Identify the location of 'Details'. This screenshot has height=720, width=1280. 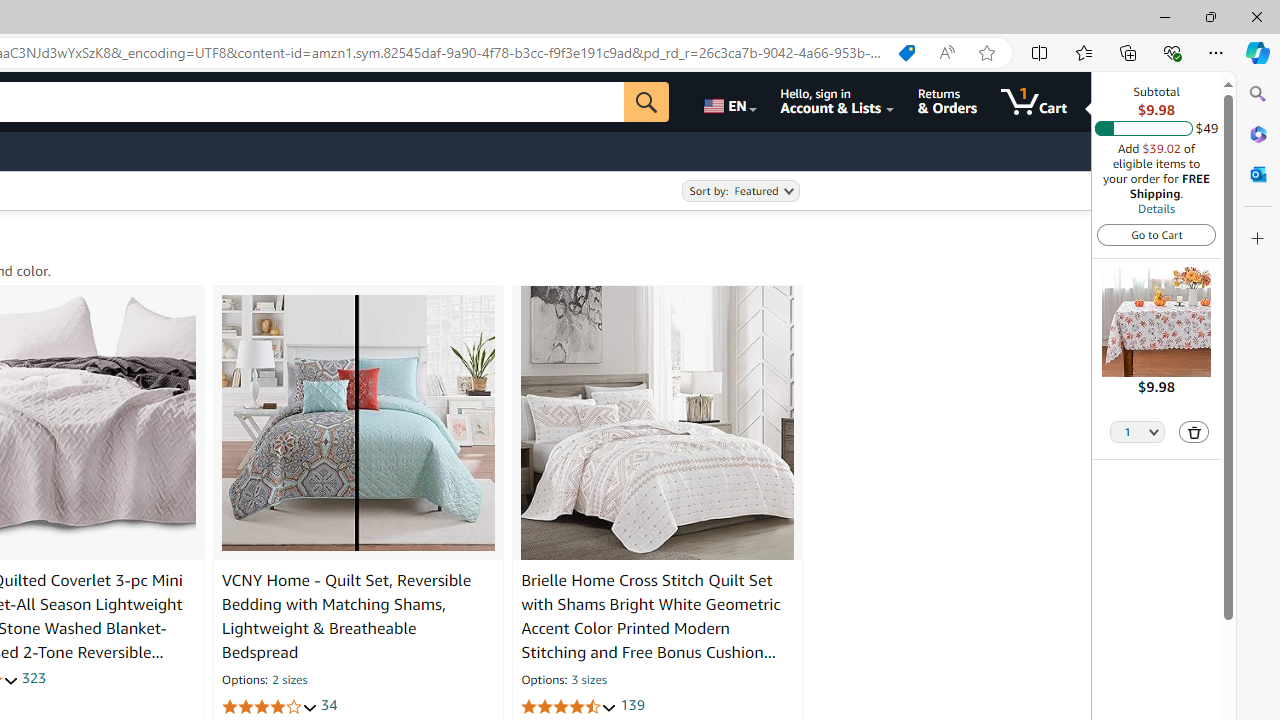
(1156, 208).